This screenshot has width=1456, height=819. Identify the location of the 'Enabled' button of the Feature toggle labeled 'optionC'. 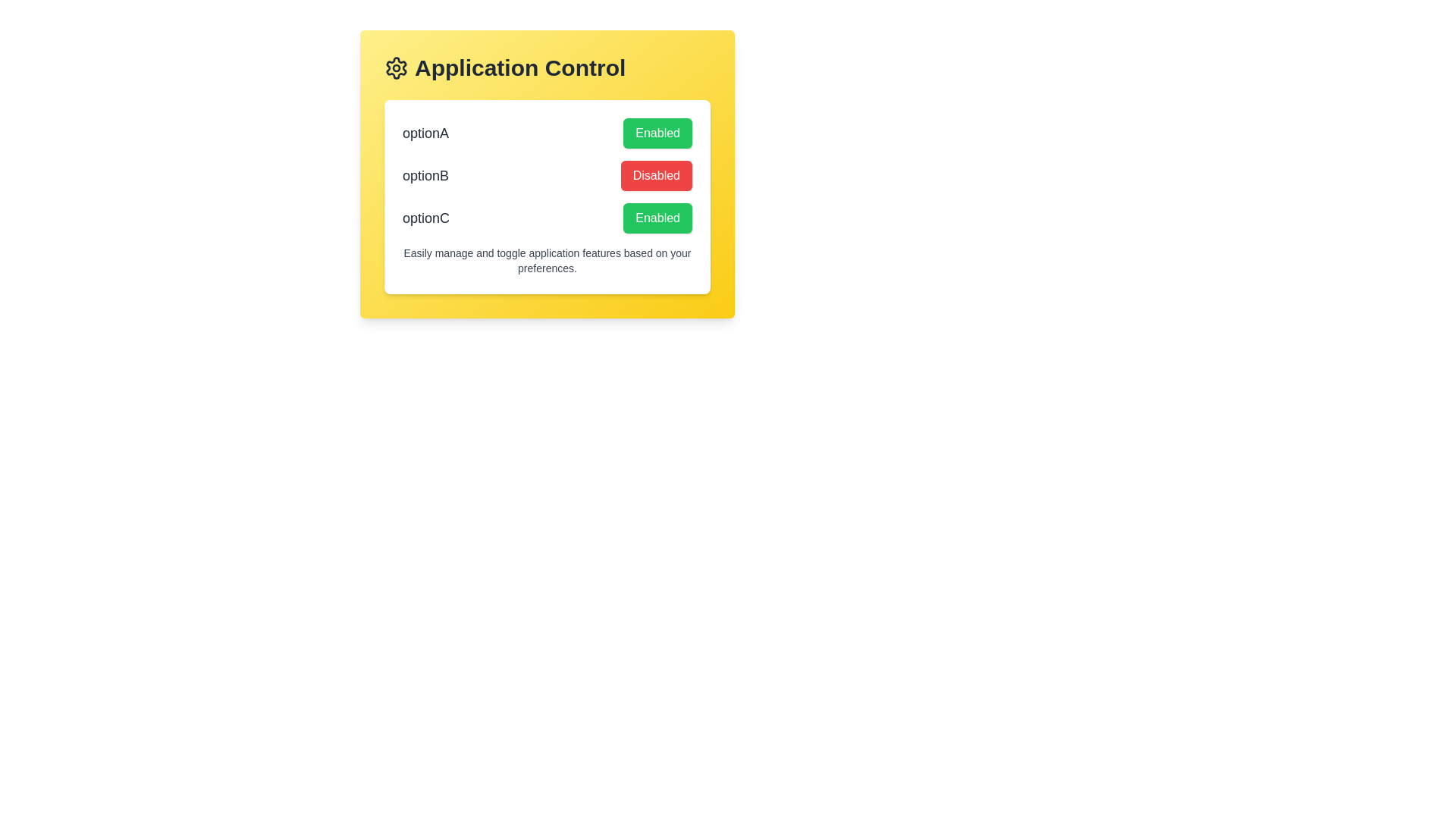
(546, 218).